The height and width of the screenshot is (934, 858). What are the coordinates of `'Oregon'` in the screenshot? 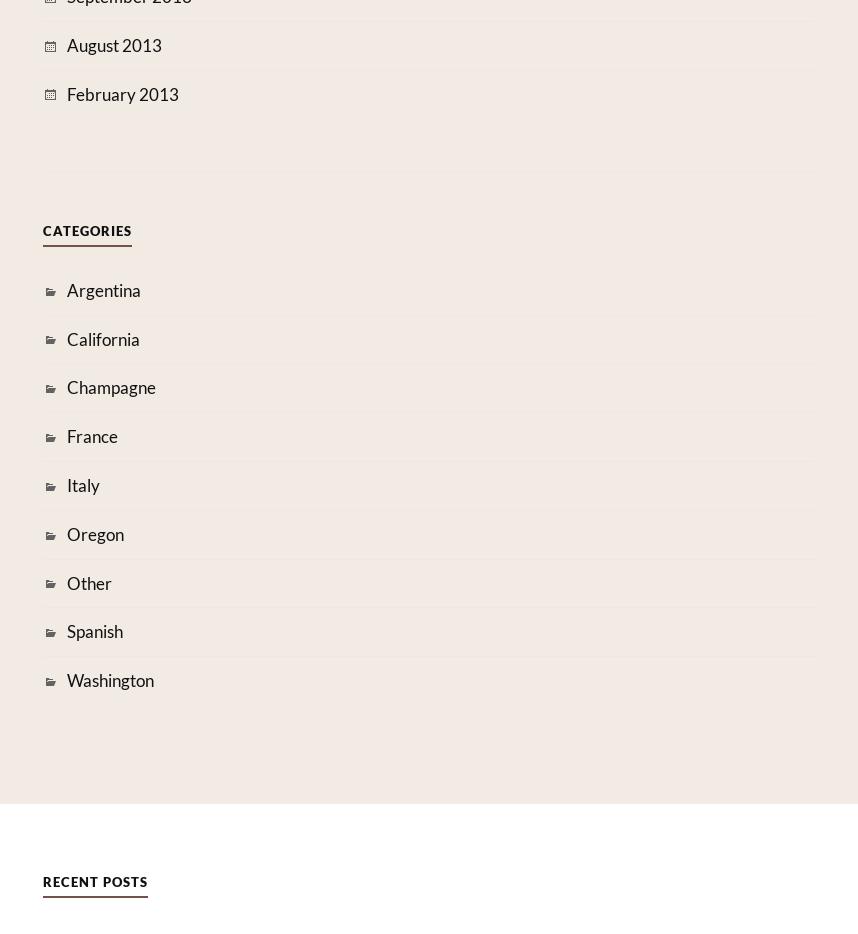 It's located at (94, 533).